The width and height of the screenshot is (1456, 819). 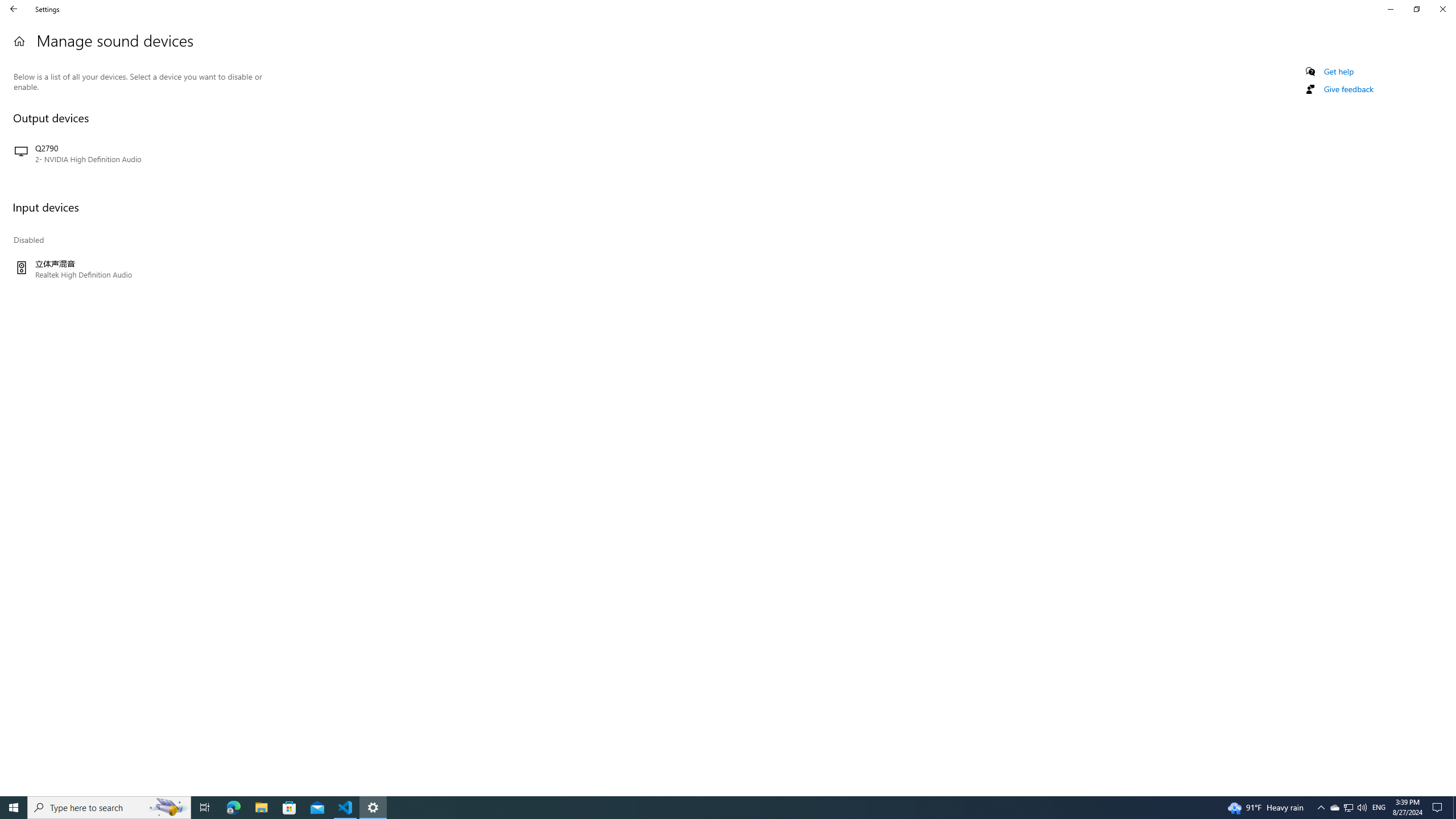 What do you see at coordinates (1321, 806) in the screenshot?
I see `'Notification Chevron'` at bounding box center [1321, 806].